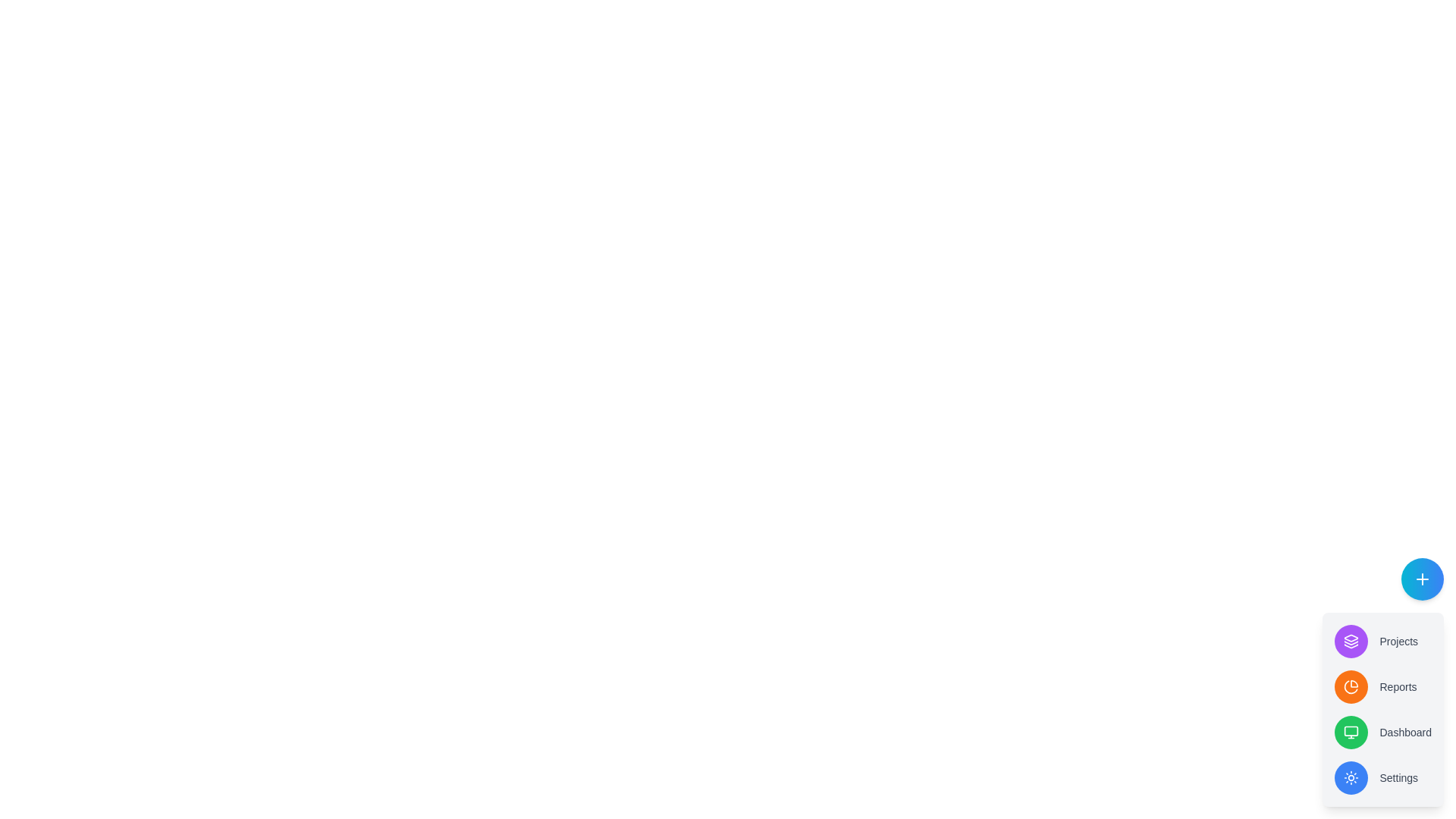  What do you see at coordinates (1382, 731) in the screenshot?
I see `the 'Dashboard' navigation item` at bounding box center [1382, 731].